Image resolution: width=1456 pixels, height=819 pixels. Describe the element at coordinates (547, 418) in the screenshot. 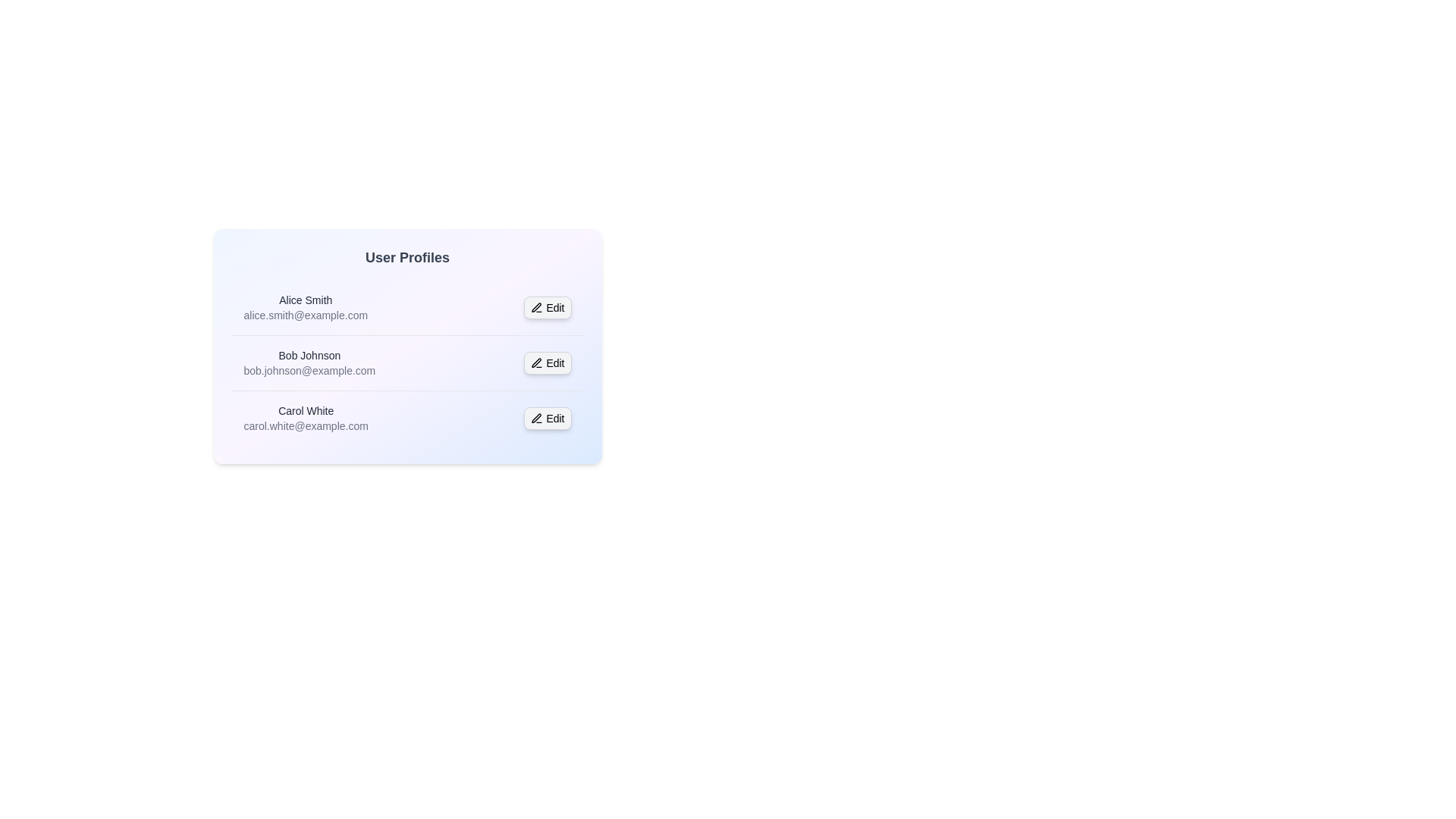

I see `'Edit' button for user Carol White to enable editing their information` at that location.